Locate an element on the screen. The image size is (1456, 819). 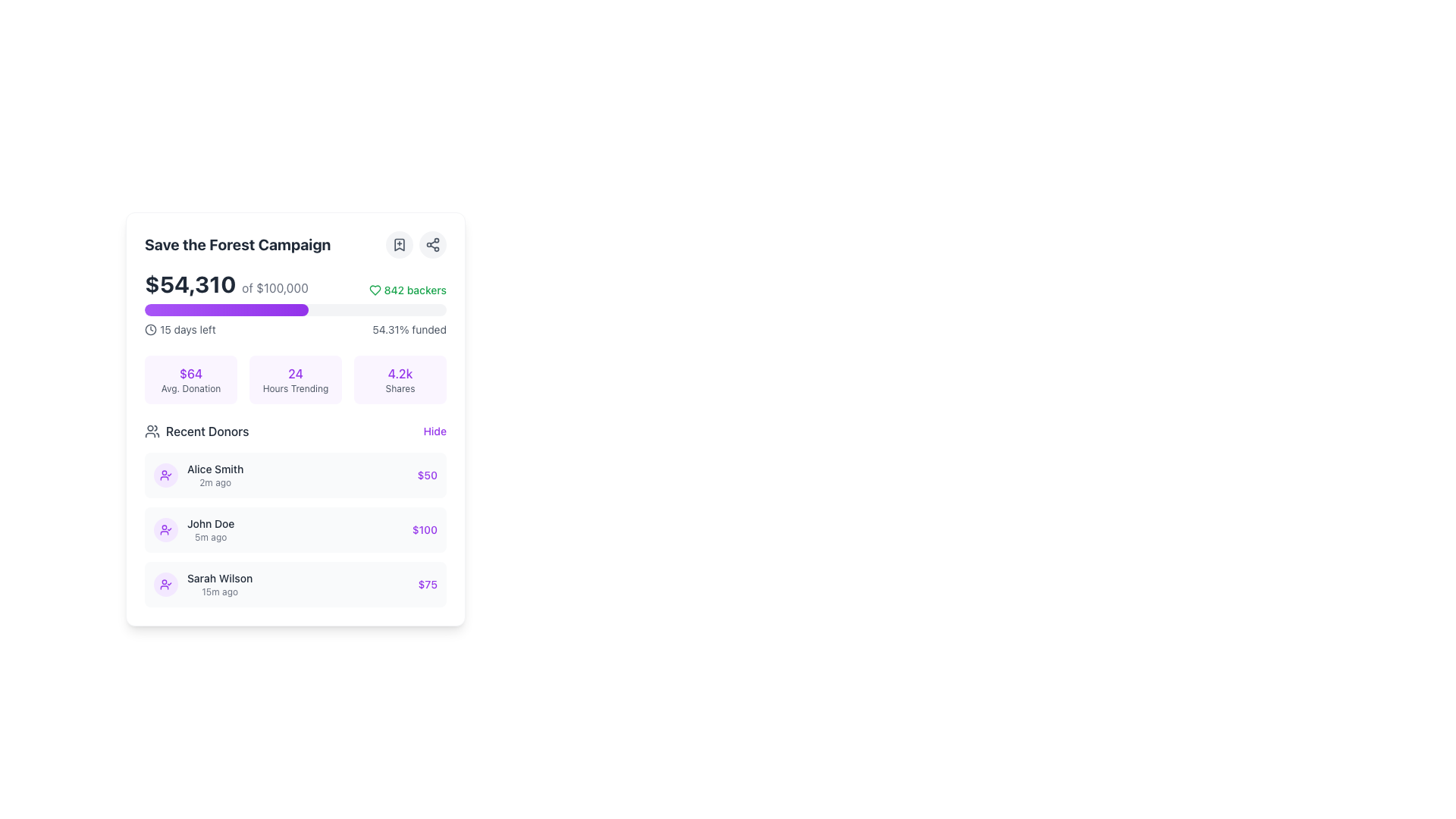
the numerical text '24' styled in bold purple font, which is positioned above the 'Hours Trending' label in a card-like UI component is located at coordinates (295, 374).